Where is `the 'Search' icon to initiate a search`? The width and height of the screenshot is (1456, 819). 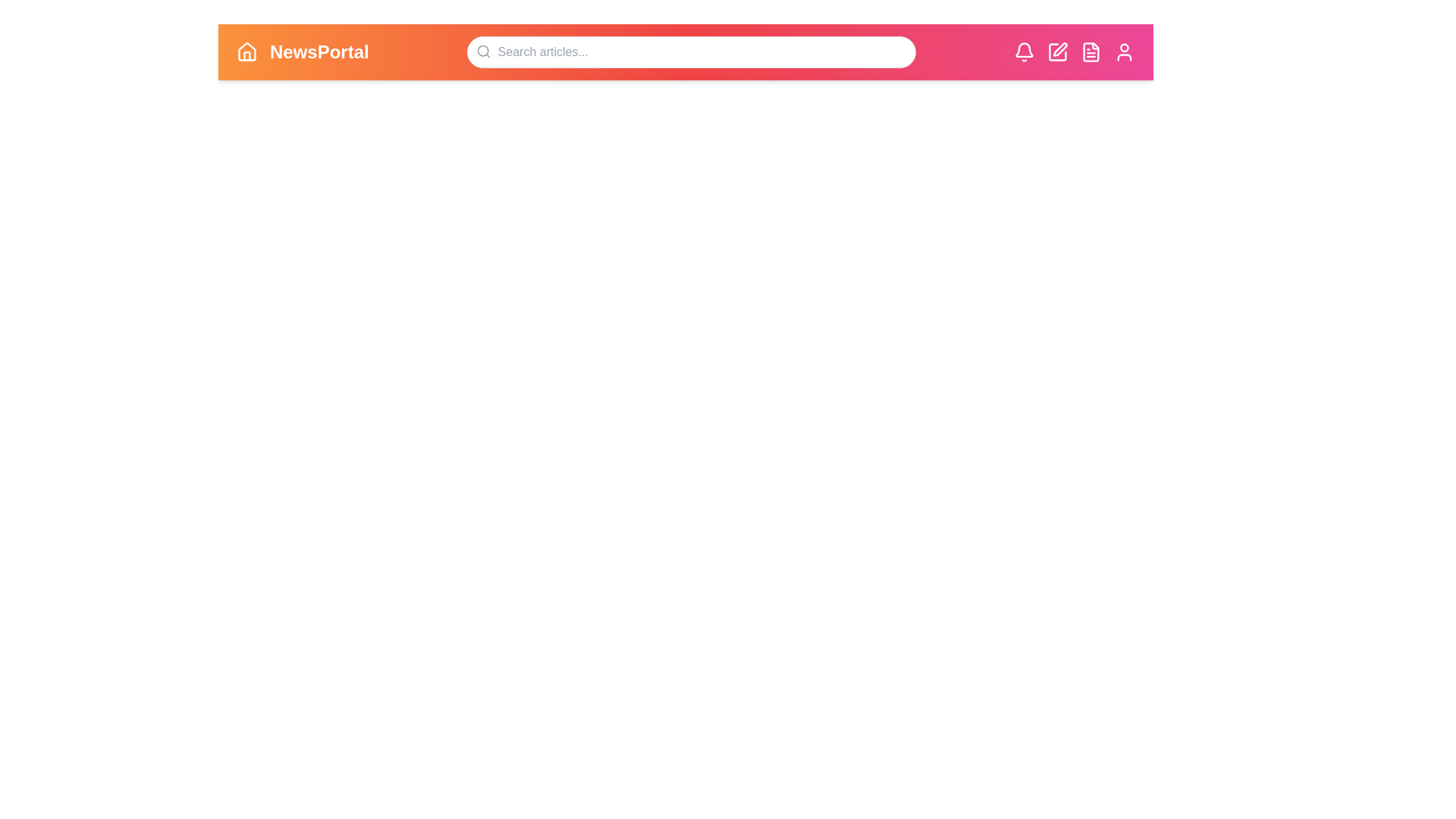 the 'Search' icon to initiate a search is located at coordinates (482, 51).